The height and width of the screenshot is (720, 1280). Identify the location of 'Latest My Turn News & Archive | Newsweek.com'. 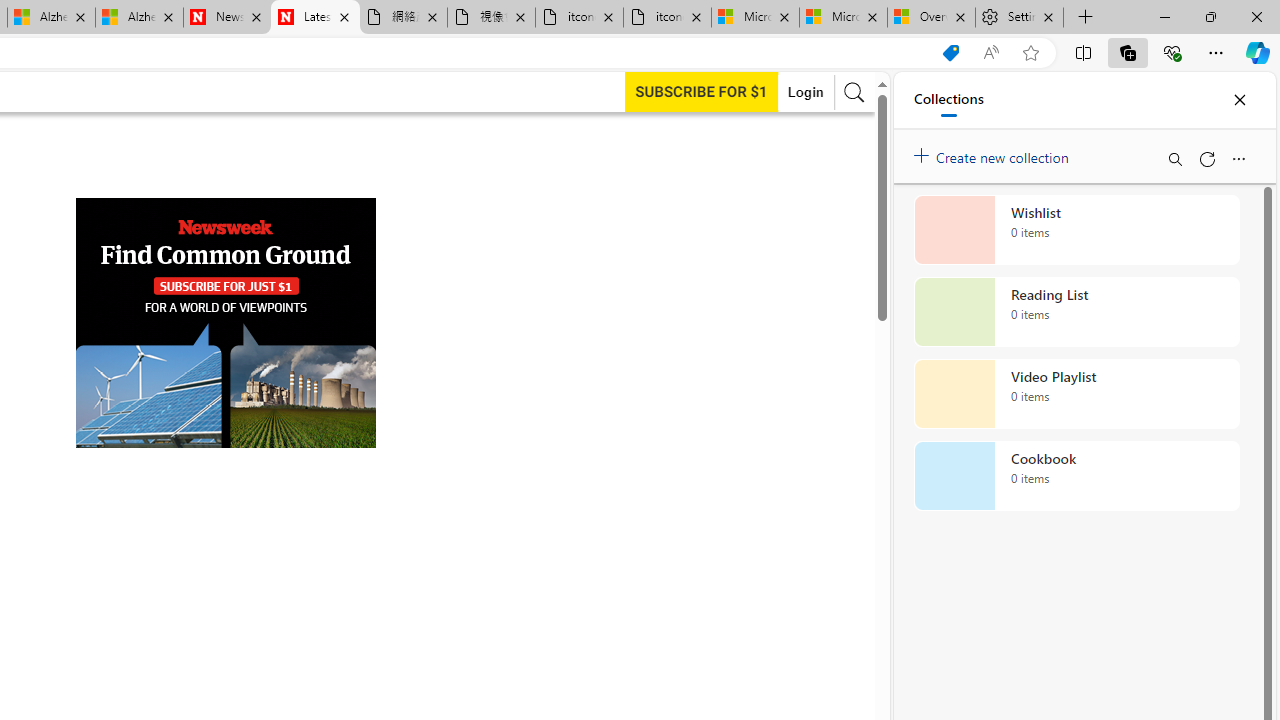
(314, 17).